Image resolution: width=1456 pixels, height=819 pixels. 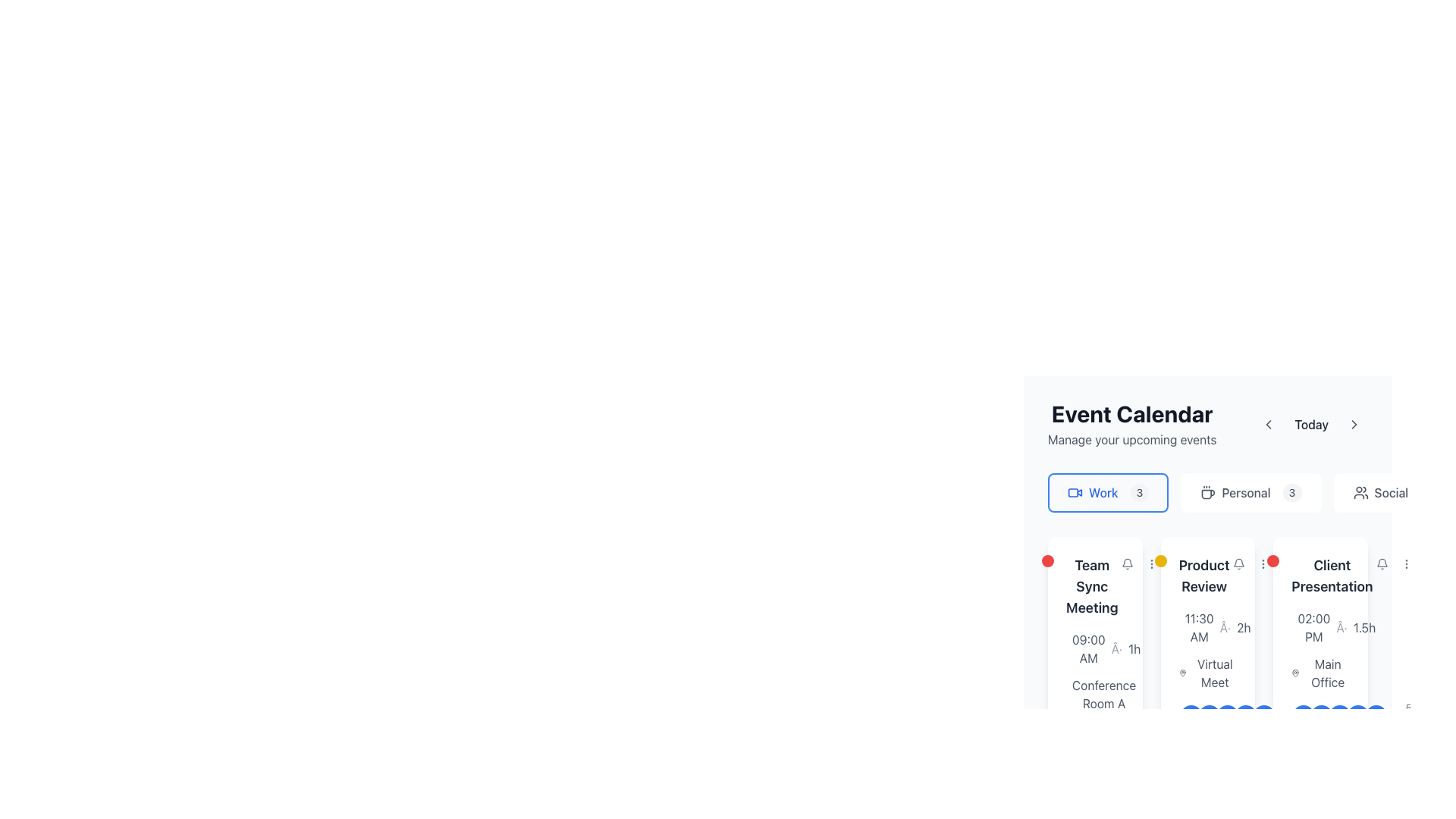 I want to click on the Avatar-like circular button, which is the third item in a row of circular buttons on the 'Product Review' event card, located between buttons 'B' and 'D', so click(x=1227, y=716).